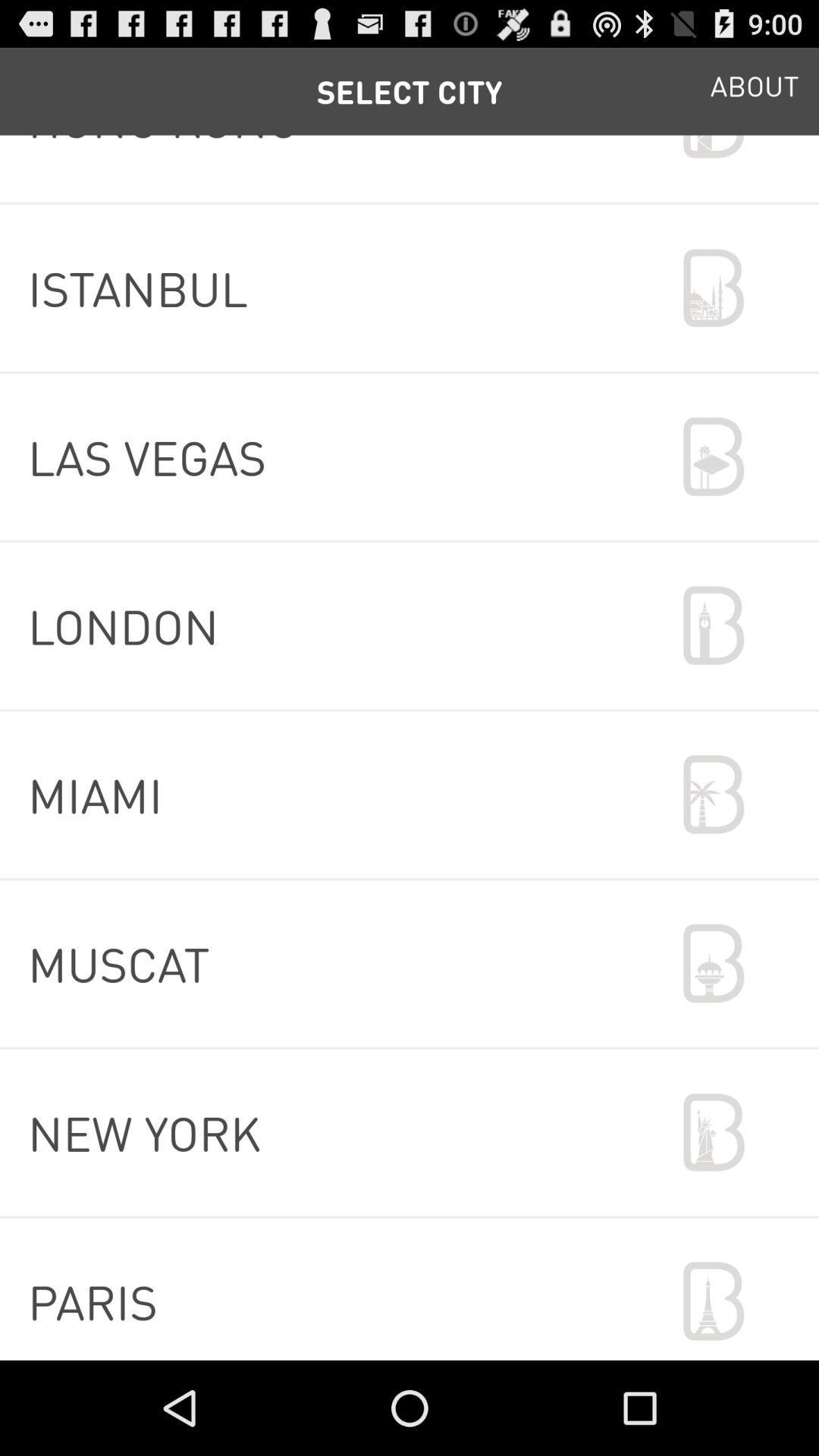  What do you see at coordinates (755, 90) in the screenshot?
I see `the item above hong kong icon` at bounding box center [755, 90].